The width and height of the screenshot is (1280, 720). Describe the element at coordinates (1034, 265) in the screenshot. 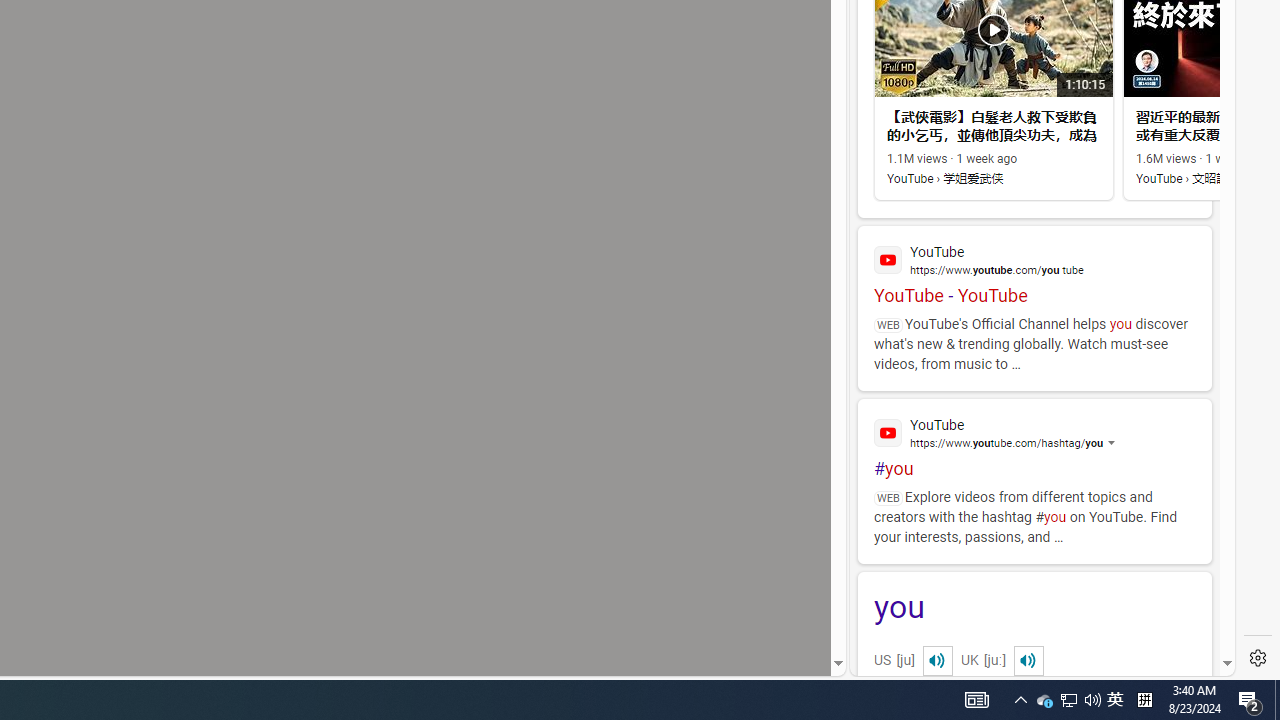

I see `'YouTube - YouTube'` at that location.